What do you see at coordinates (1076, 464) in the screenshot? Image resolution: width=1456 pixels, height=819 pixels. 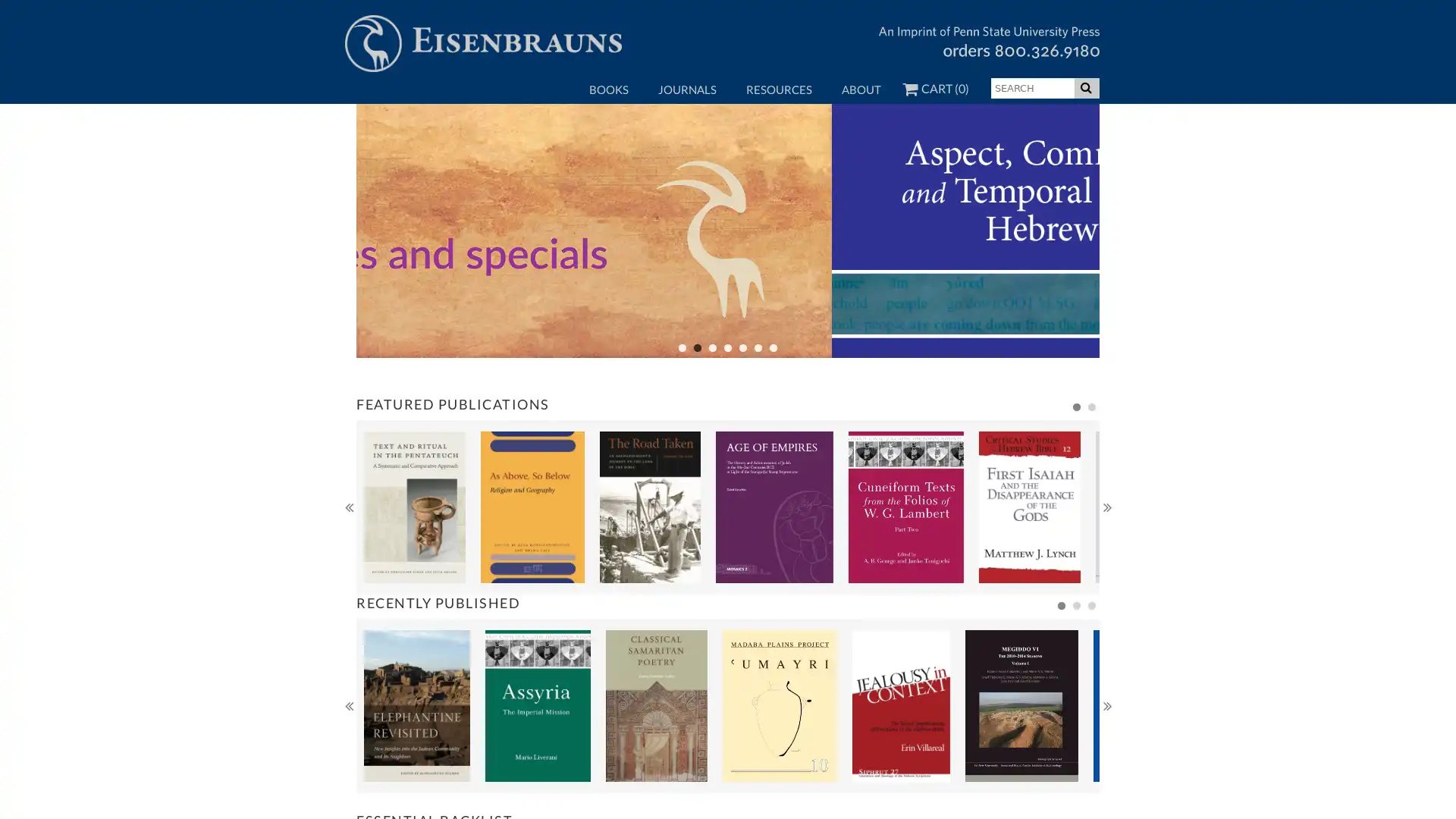 I see `1` at bounding box center [1076, 464].